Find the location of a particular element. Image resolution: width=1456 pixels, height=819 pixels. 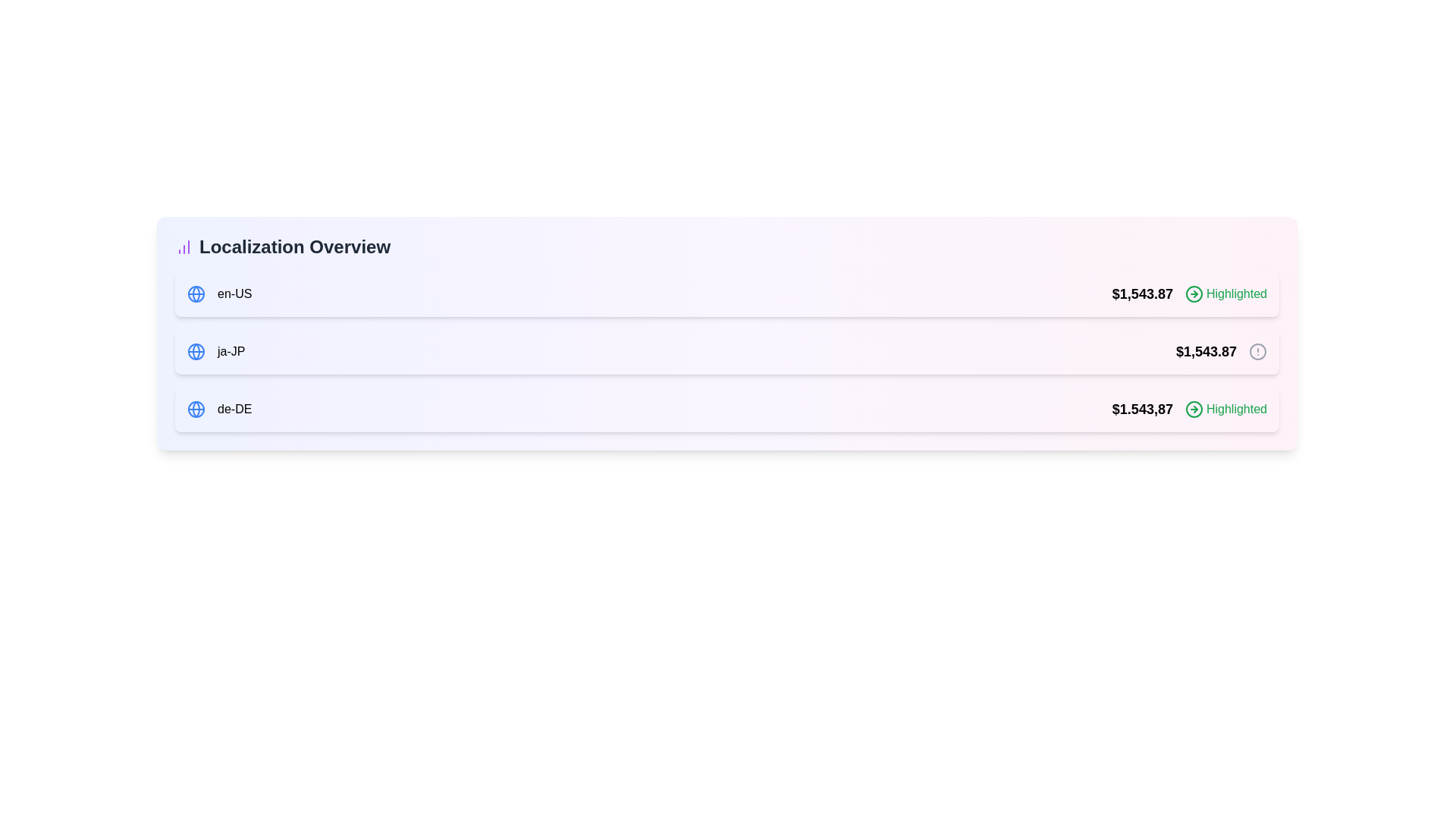

the Circle graphic element in the second row, aligned with 'ja-JP' and the price '$1,543.87' is located at coordinates (1258, 351).